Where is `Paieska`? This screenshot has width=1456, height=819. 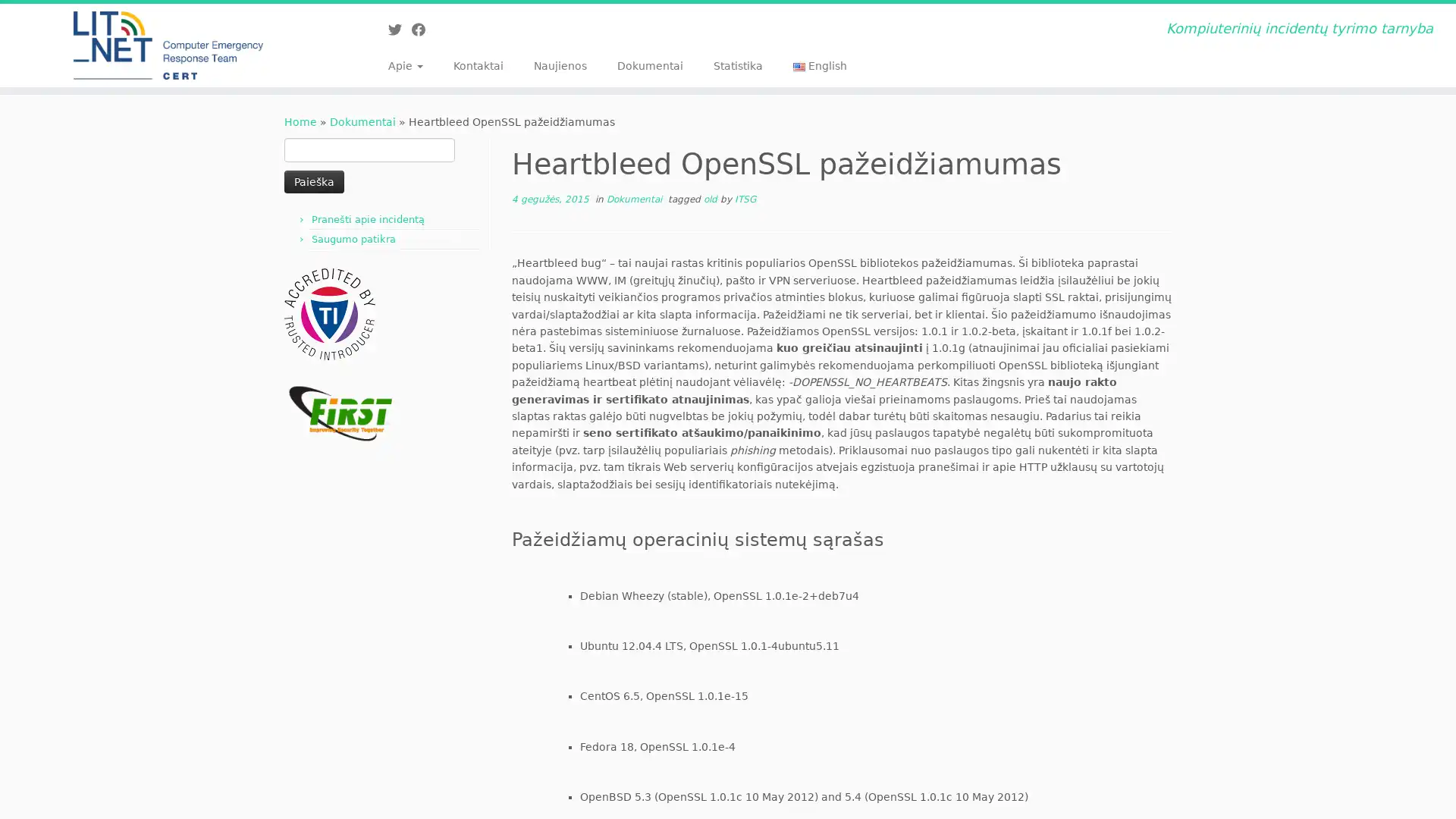 Paieska is located at coordinates (313, 180).